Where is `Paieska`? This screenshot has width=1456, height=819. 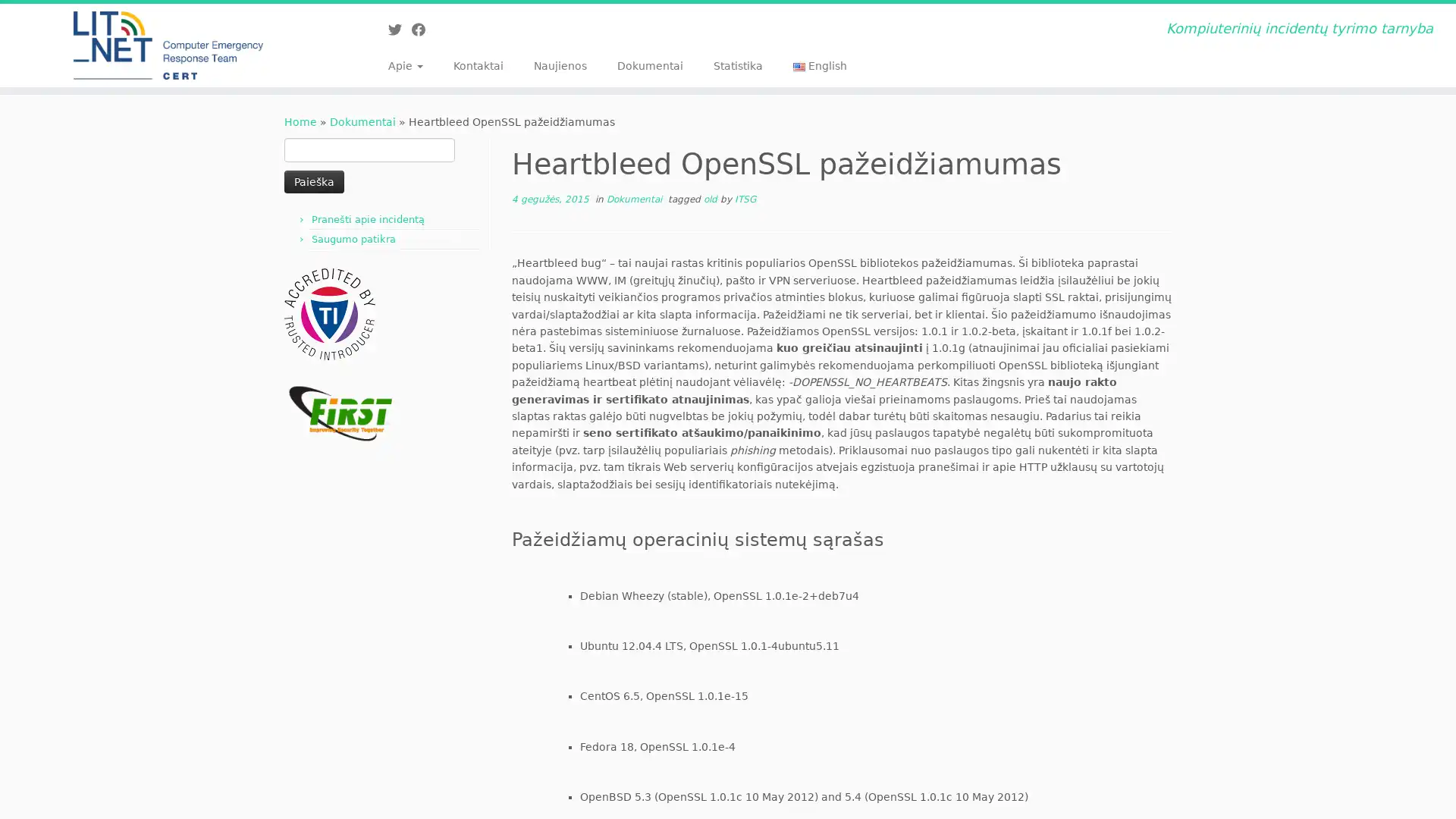 Paieska is located at coordinates (313, 180).